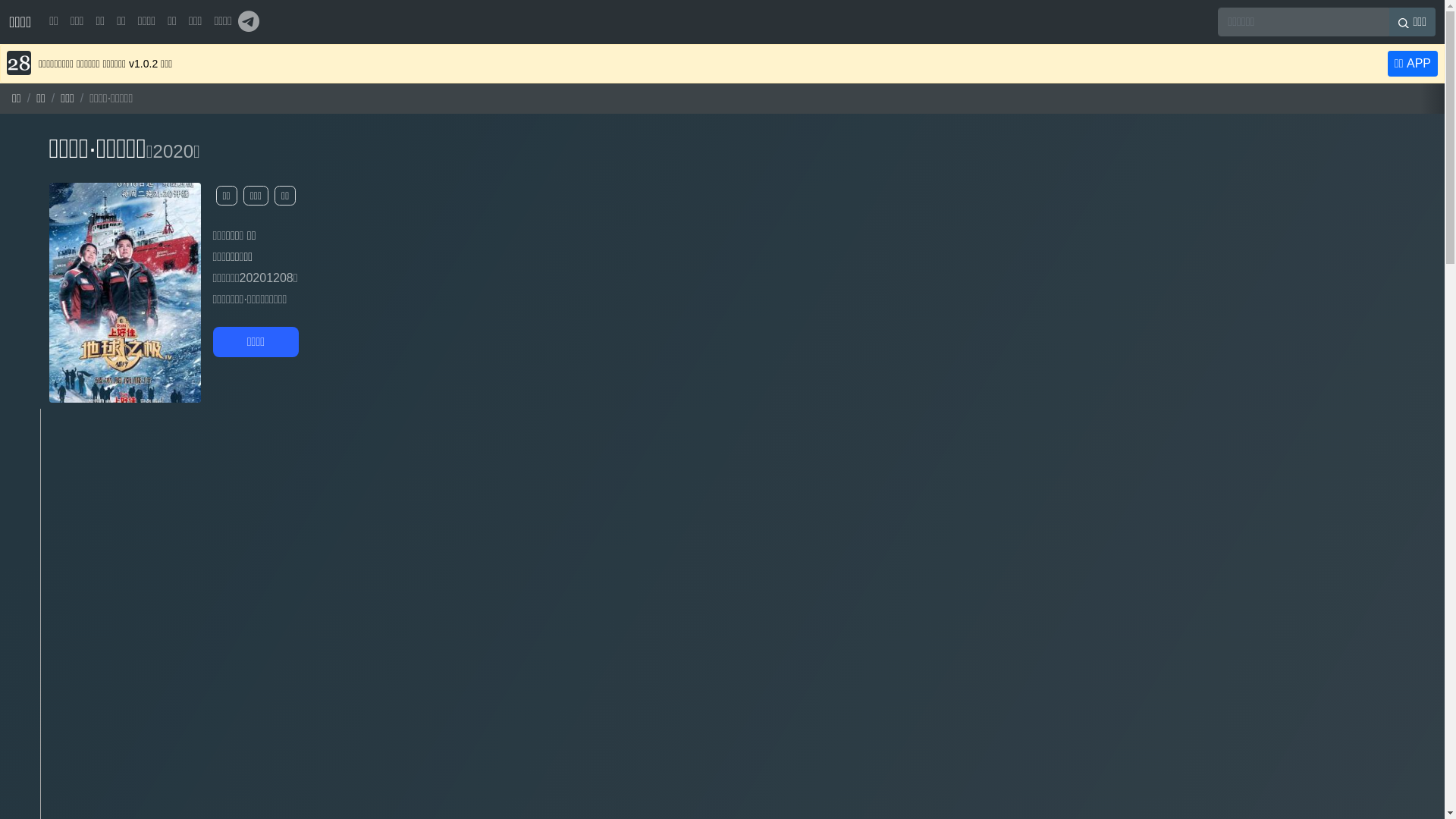 Image resolution: width=1456 pixels, height=819 pixels. What do you see at coordinates (152, 151) in the screenshot?
I see `'2020'` at bounding box center [152, 151].